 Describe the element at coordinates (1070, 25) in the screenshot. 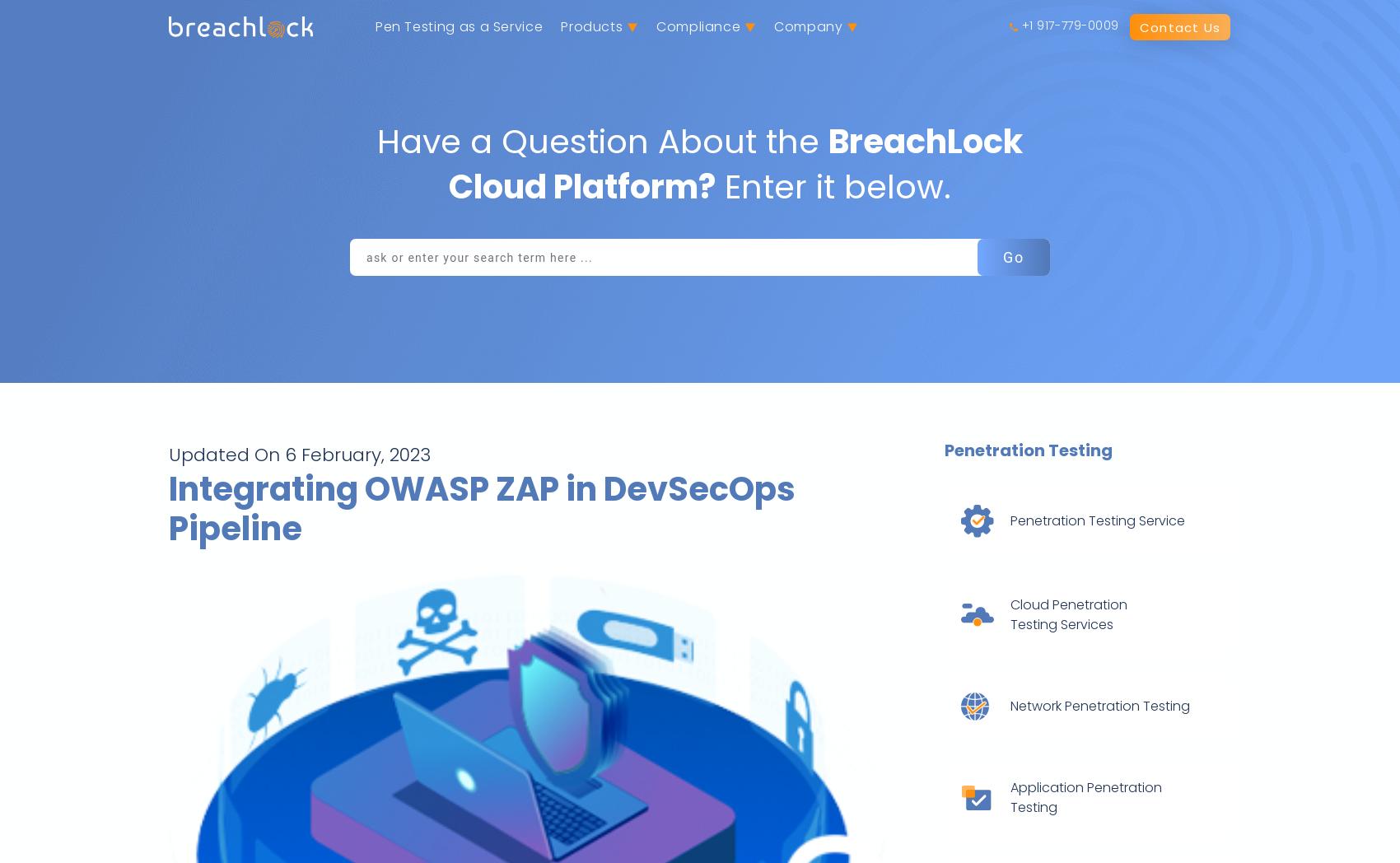

I see `'+1 917-779-0009'` at that location.